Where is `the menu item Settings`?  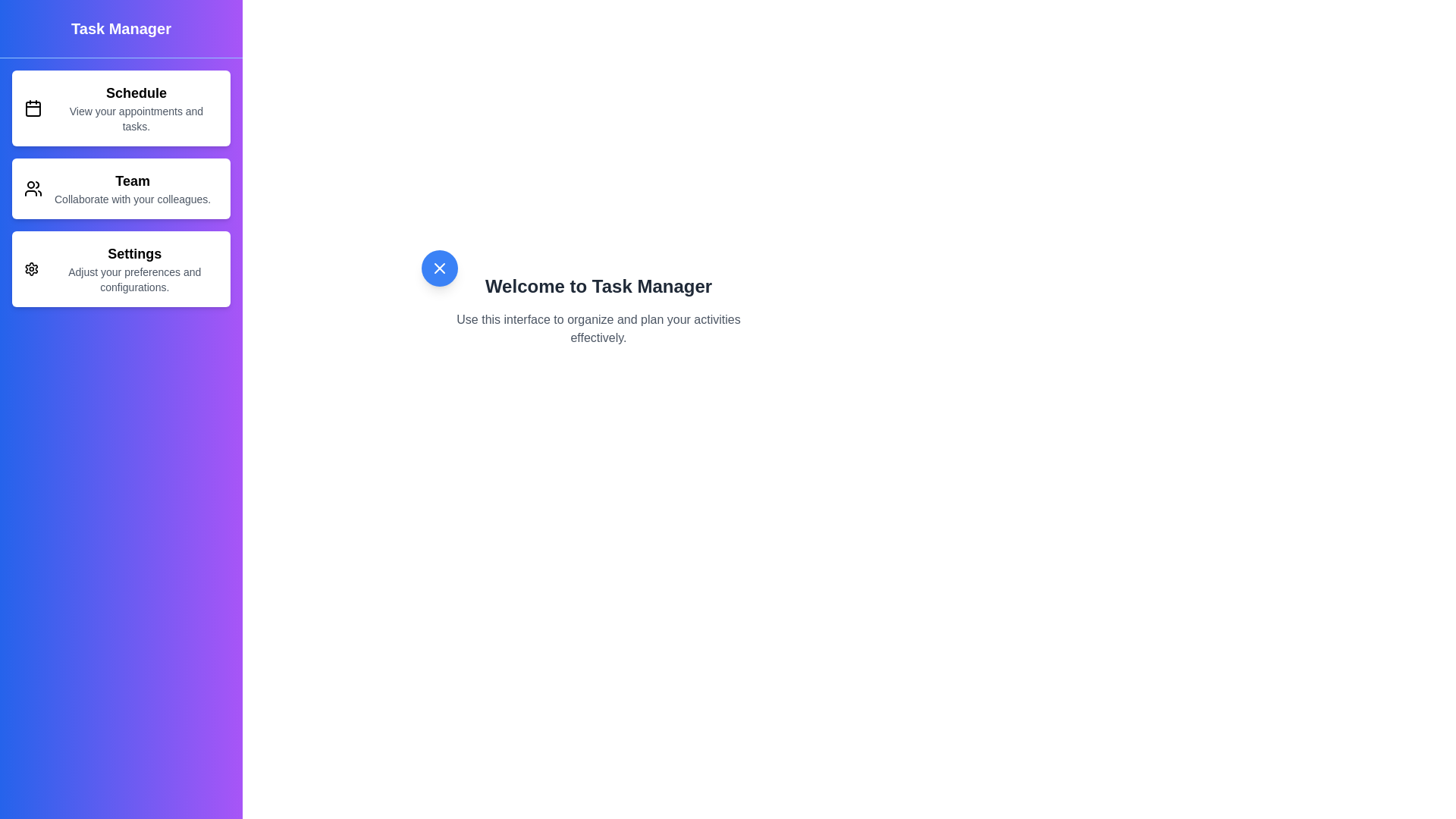
the menu item Settings is located at coordinates (120, 268).